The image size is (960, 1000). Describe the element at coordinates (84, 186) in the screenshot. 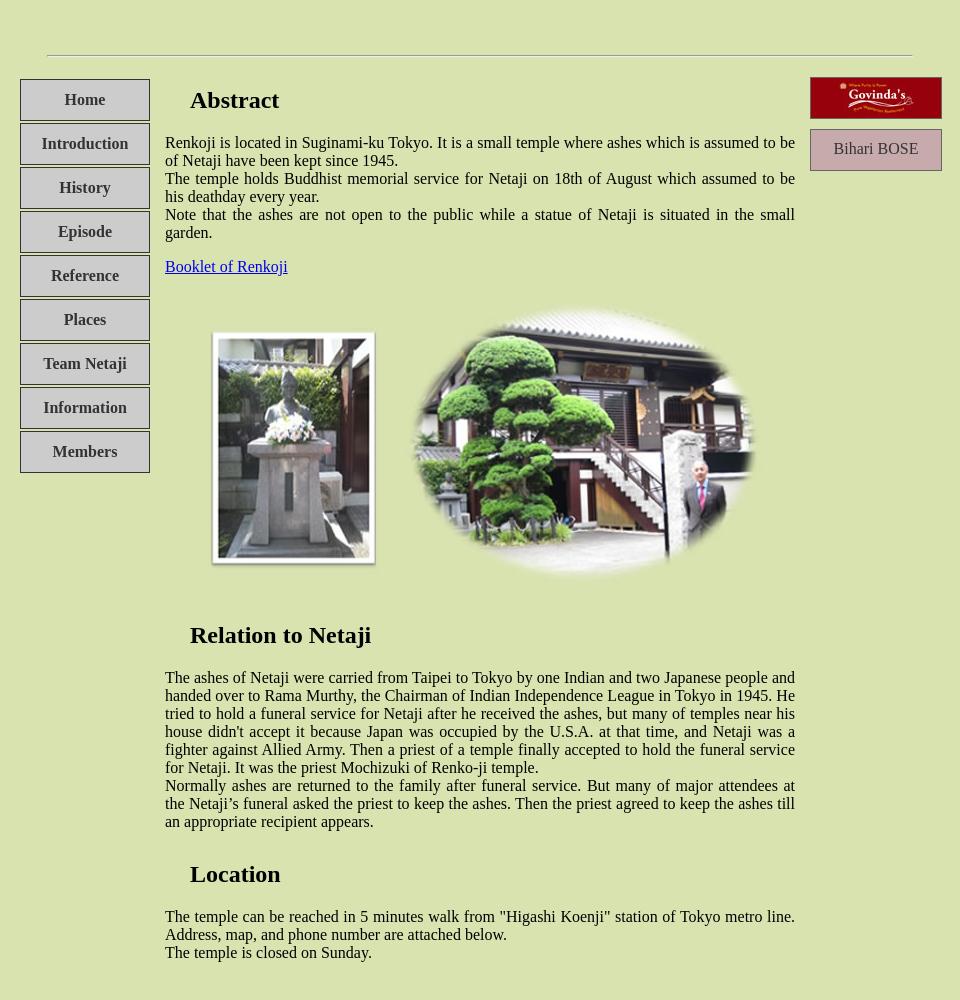

I see `'History'` at that location.